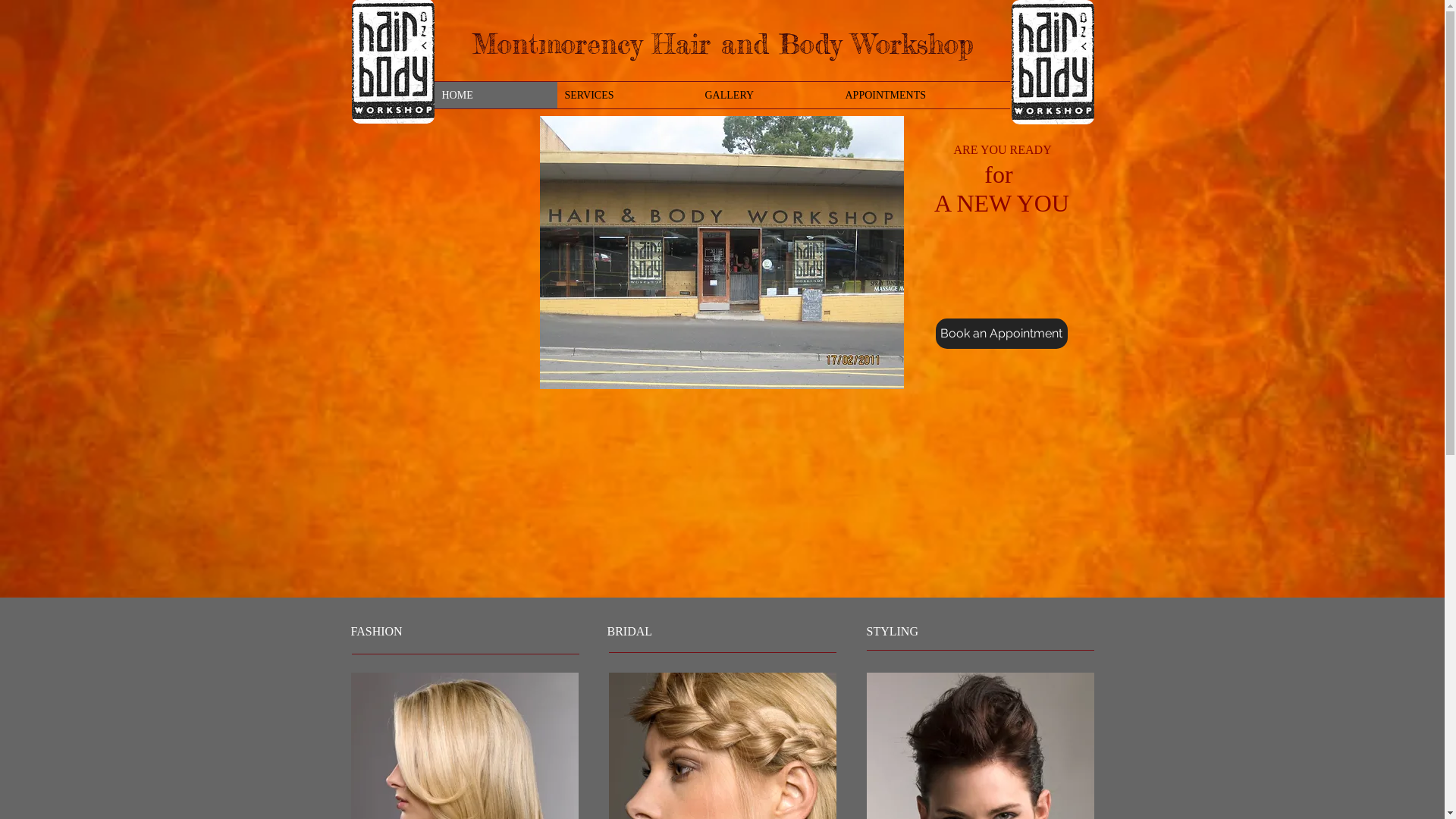 This screenshot has width=1456, height=819. I want to click on 'HOME', so click(432, 95).